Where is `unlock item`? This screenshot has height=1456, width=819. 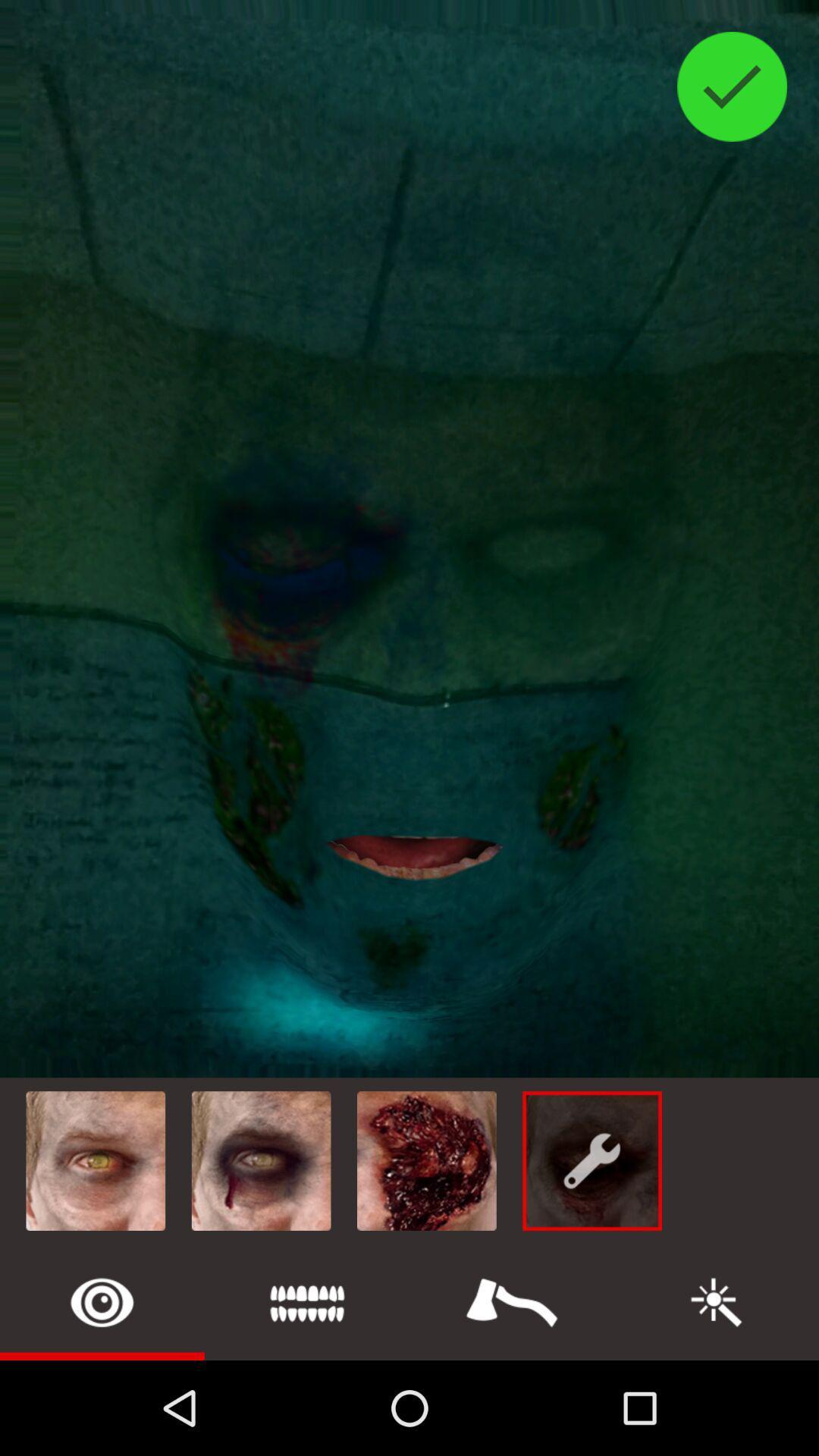 unlock item is located at coordinates (102, 1301).